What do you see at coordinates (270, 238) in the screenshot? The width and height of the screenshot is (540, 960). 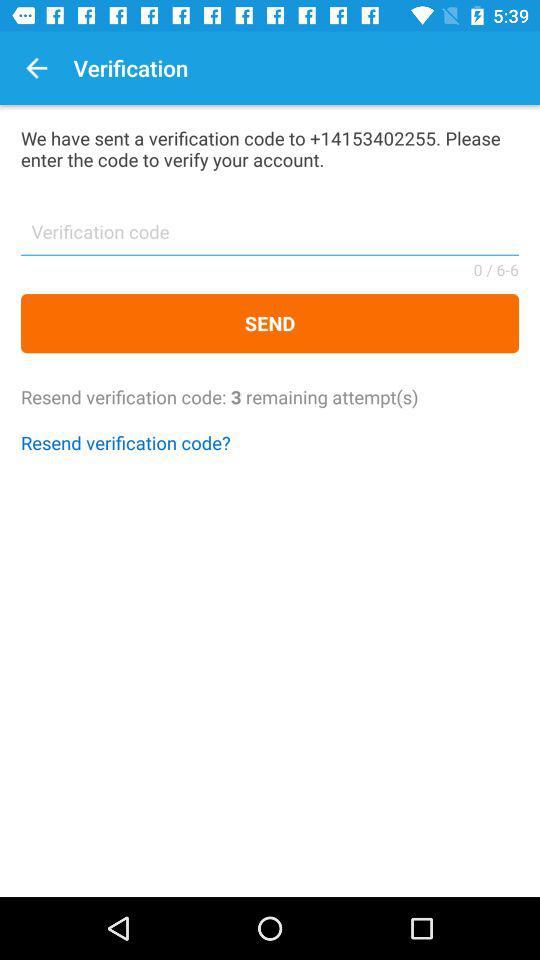 I see `verification code` at bounding box center [270, 238].